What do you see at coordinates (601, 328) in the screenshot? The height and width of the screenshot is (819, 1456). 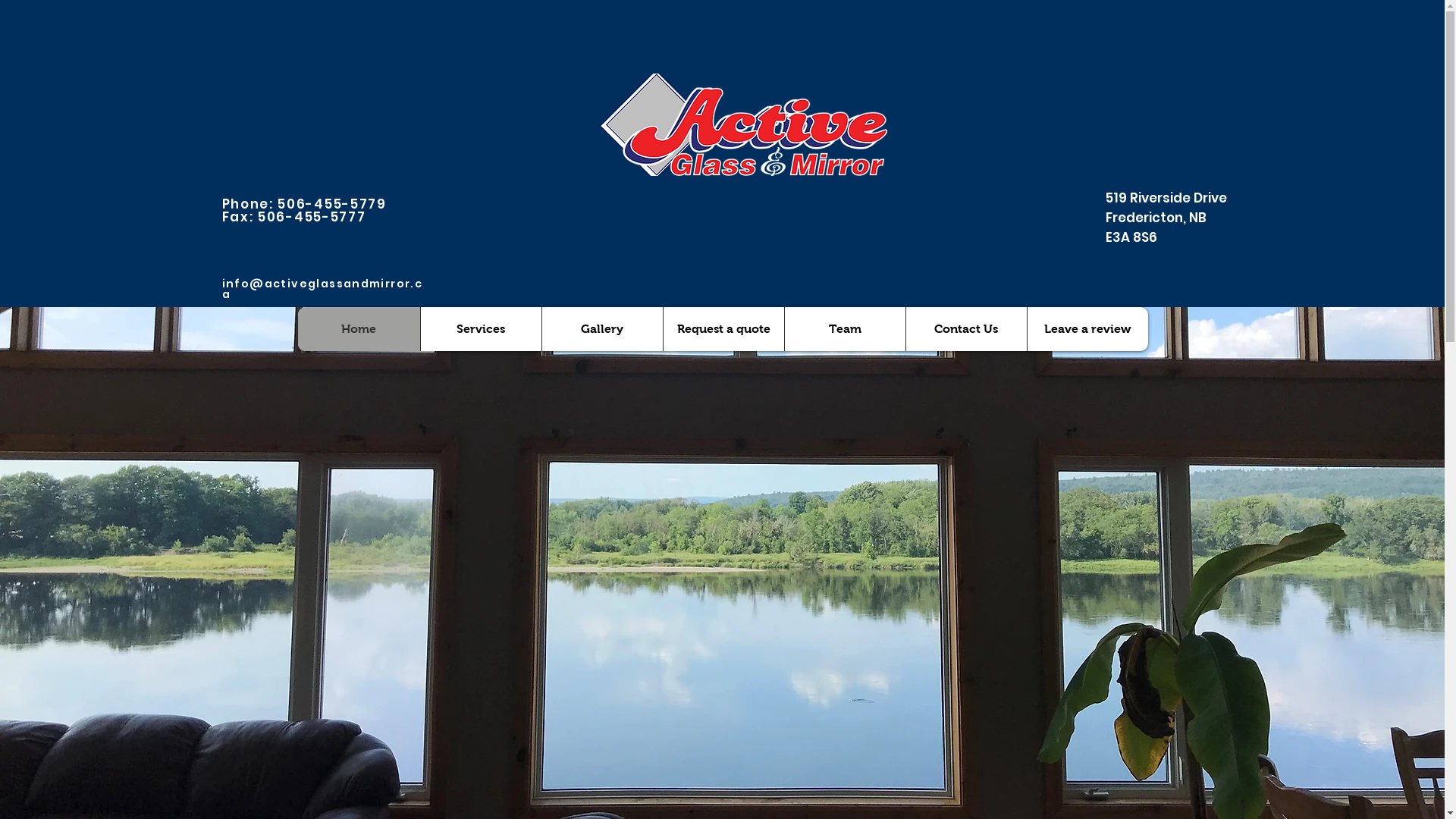 I see `'Gallery'` at bounding box center [601, 328].